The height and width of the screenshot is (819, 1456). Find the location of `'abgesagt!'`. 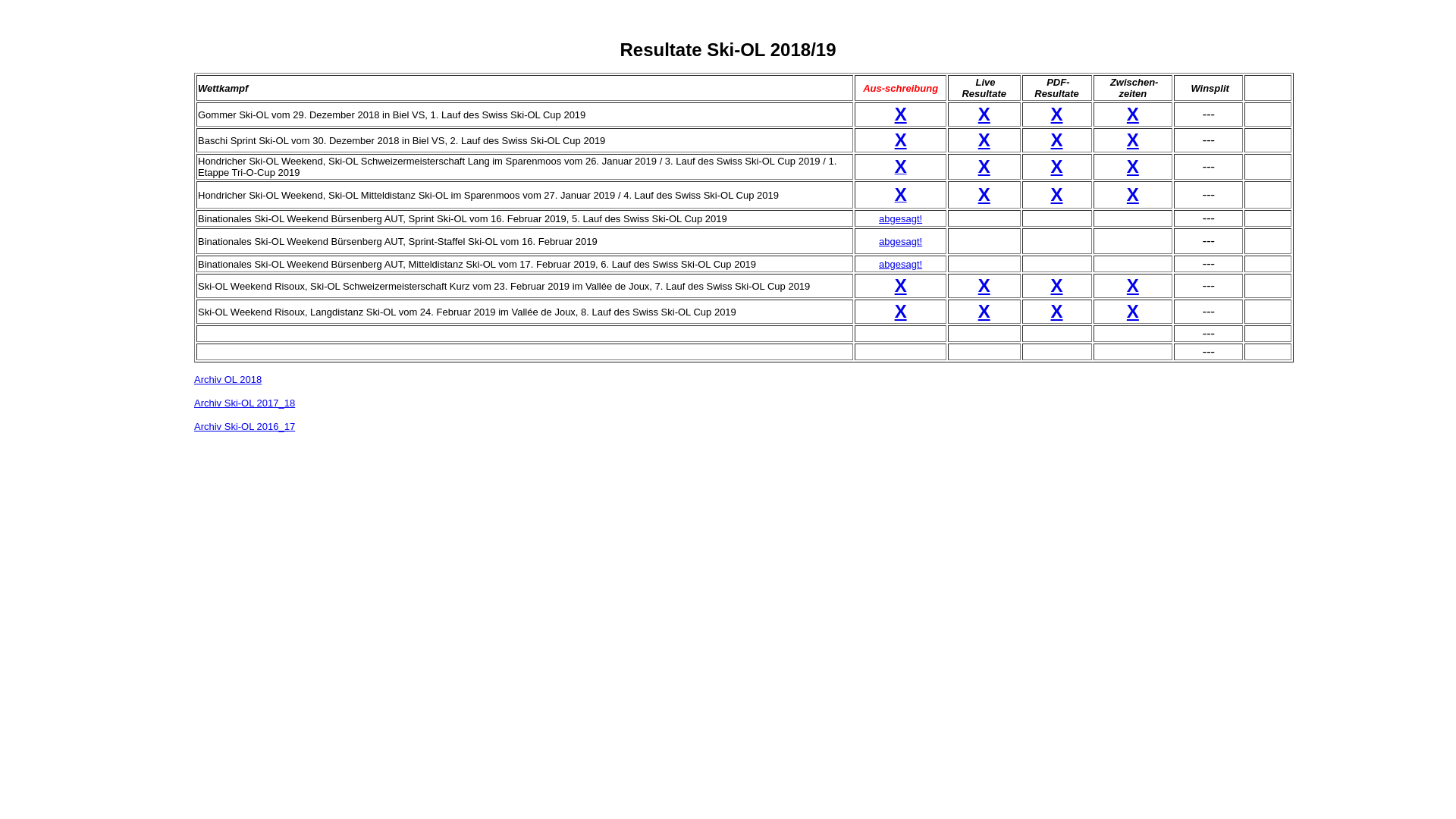

'abgesagt!' is located at coordinates (878, 218).